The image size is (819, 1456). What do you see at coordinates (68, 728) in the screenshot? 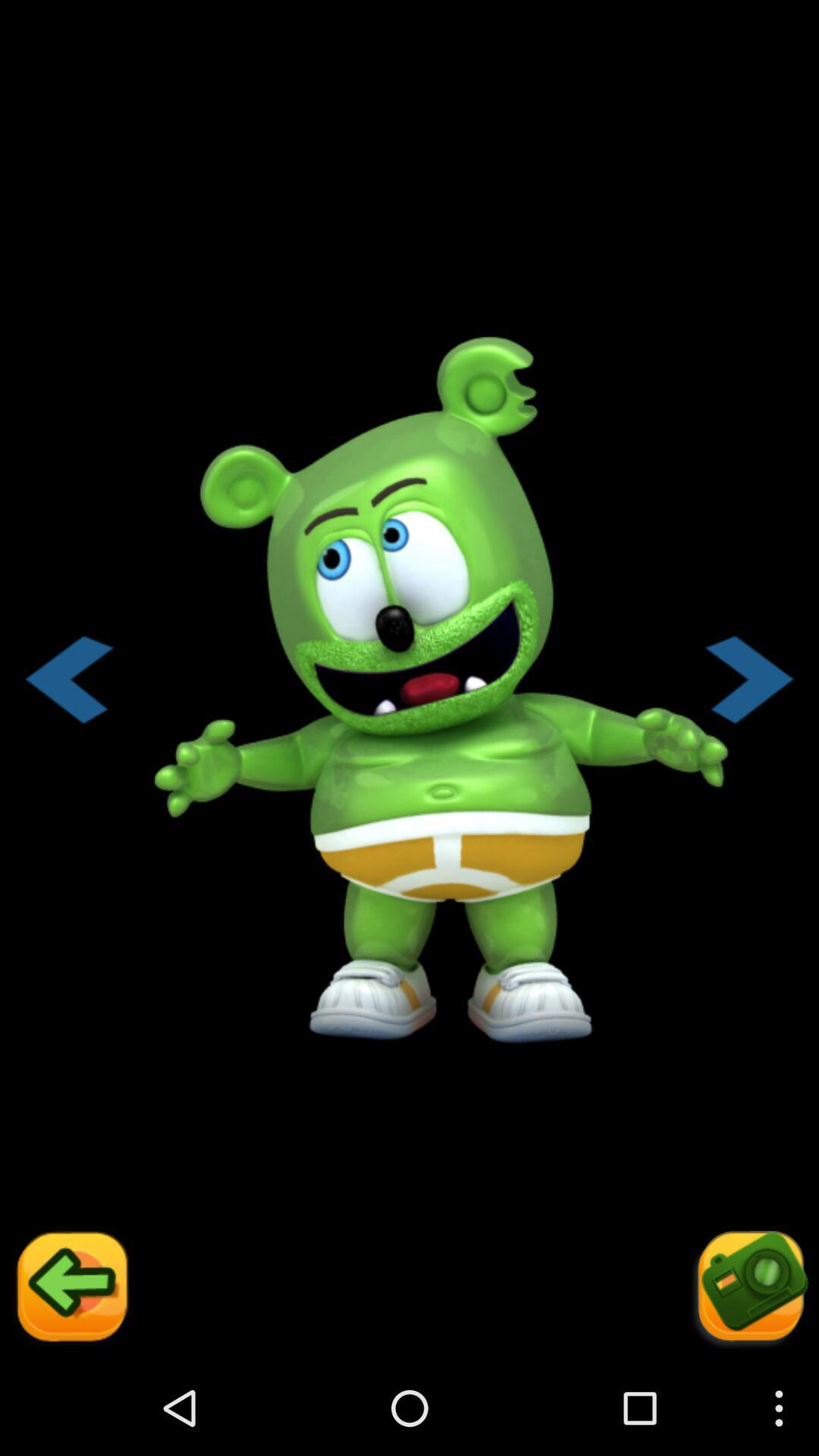
I see `the arrow_backward icon` at bounding box center [68, 728].